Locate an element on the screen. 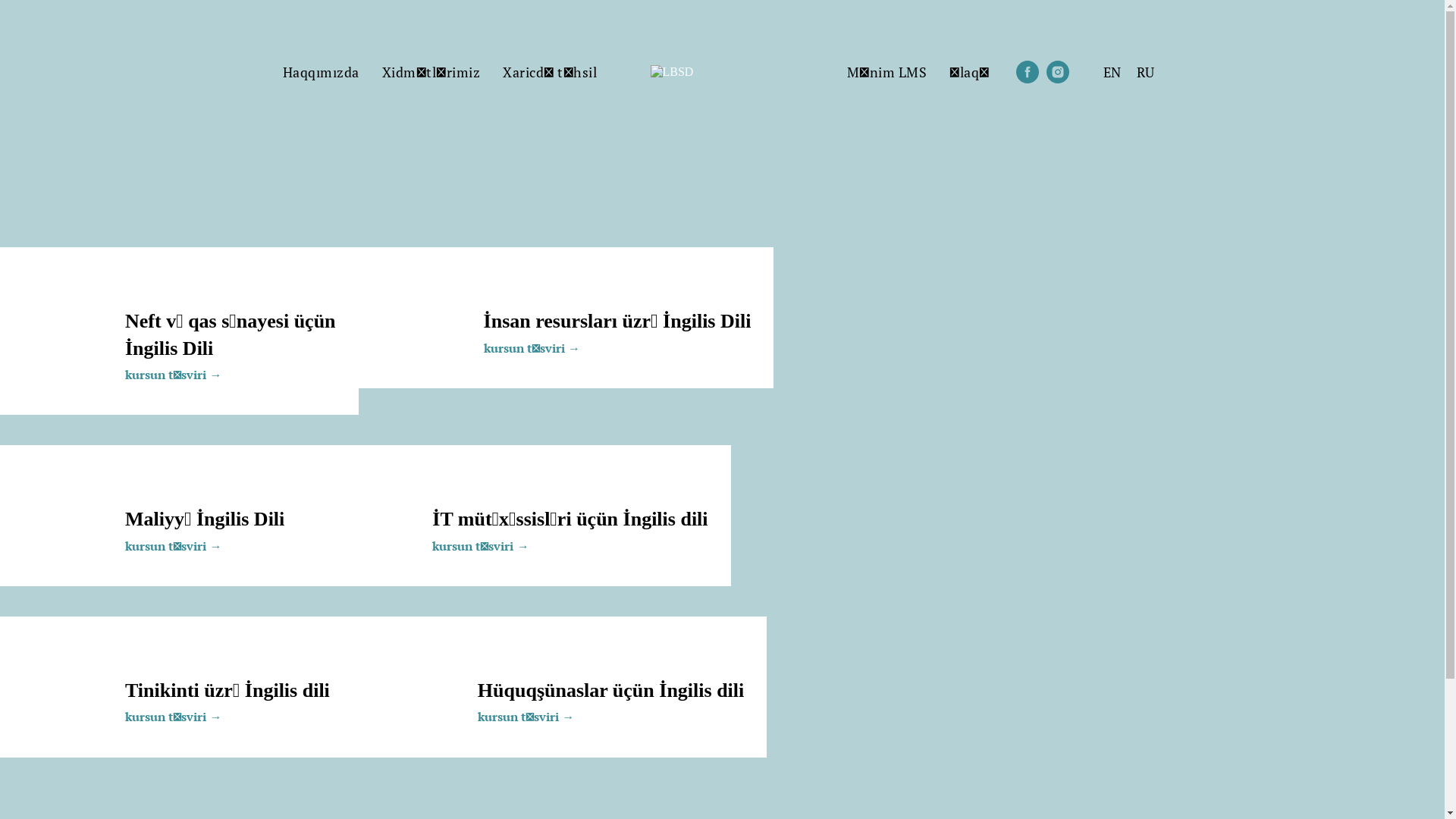 The width and height of the screenshot is (1456, 819). 'EN' is located at coordinates (1111, 72).